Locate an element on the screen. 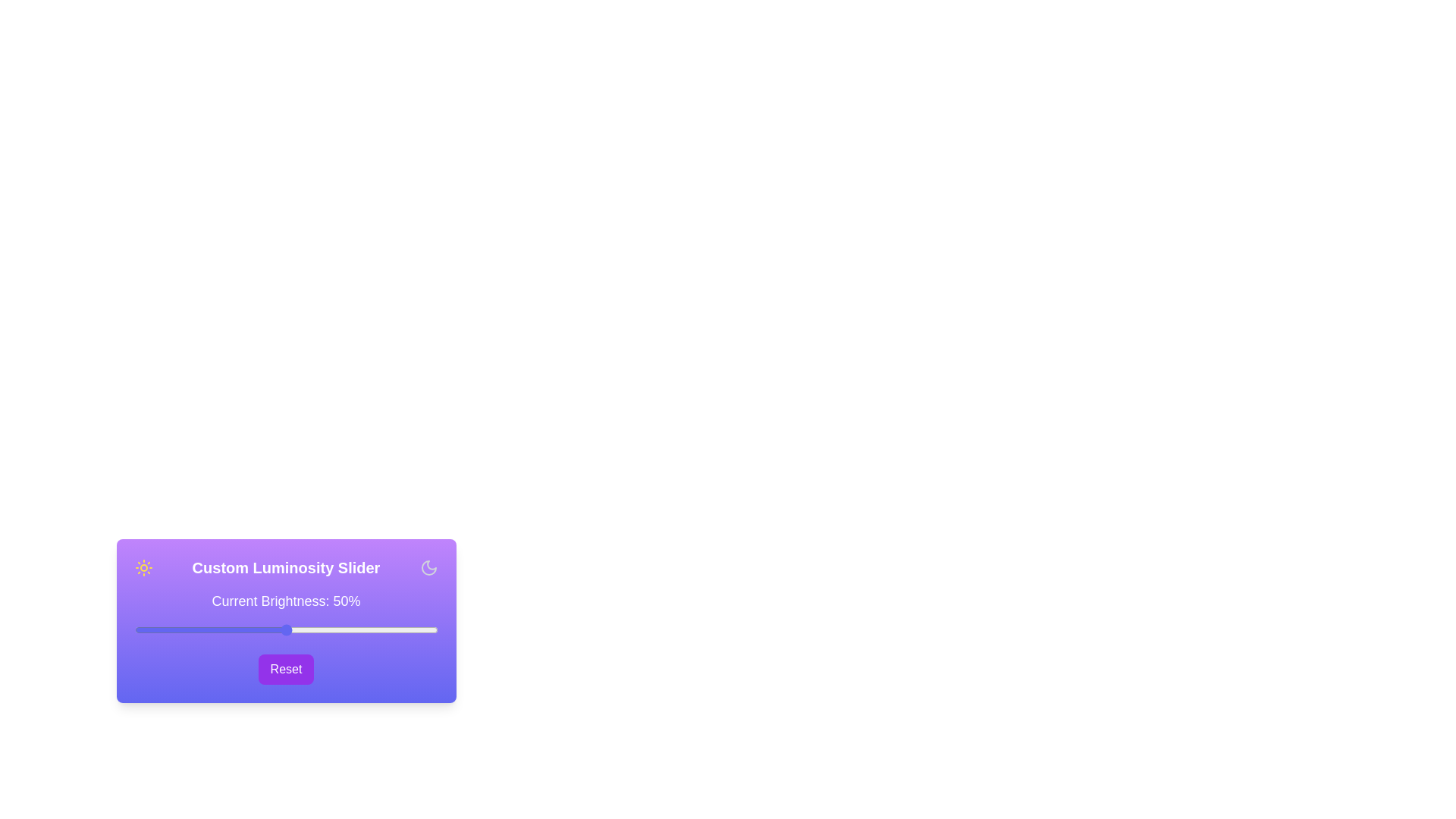 Image resolution: width=1456 pixels, height=819 pixels. brightness is located at coordinates (158, 629).